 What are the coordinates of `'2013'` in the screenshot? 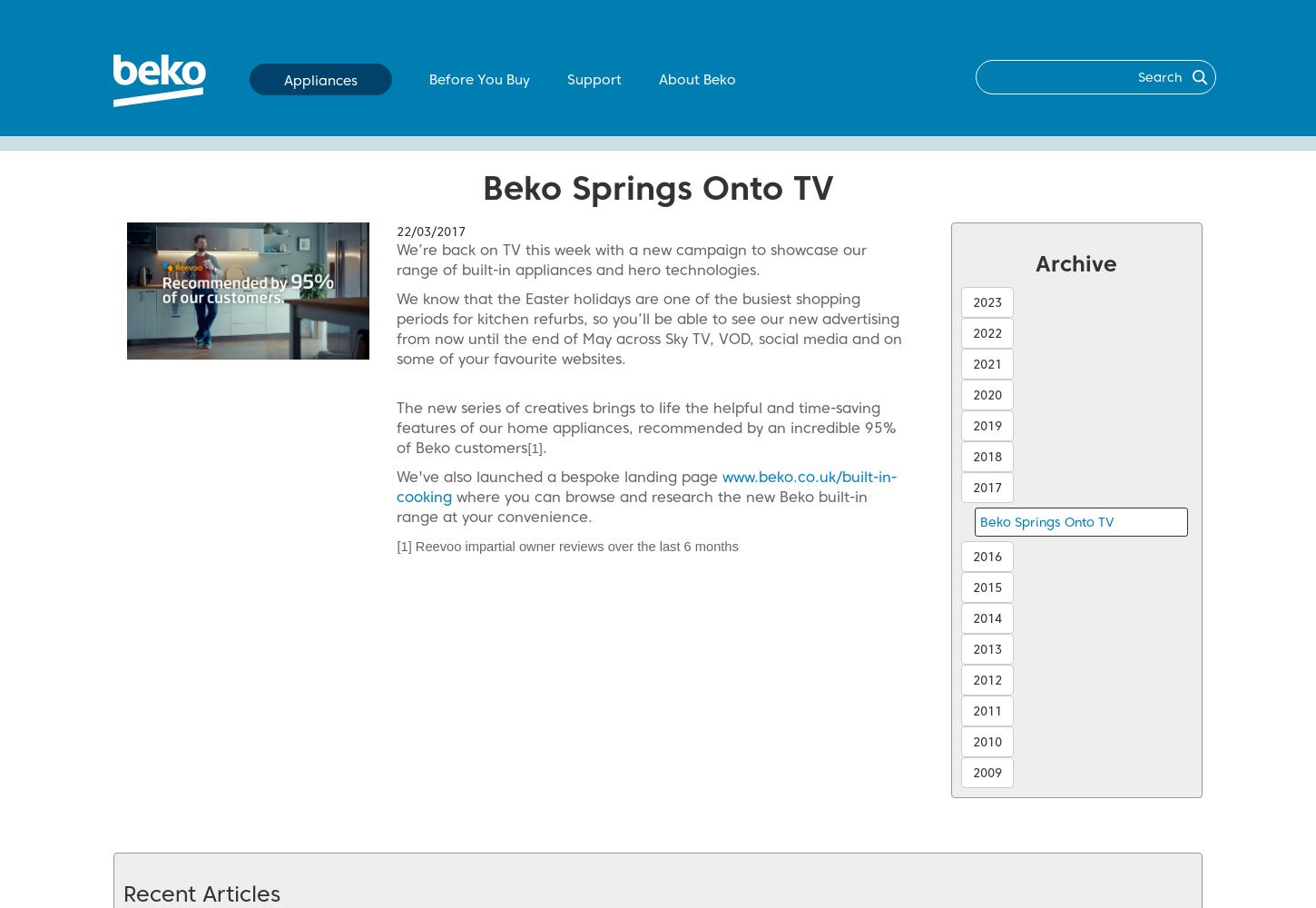 It's located at (987, 648).